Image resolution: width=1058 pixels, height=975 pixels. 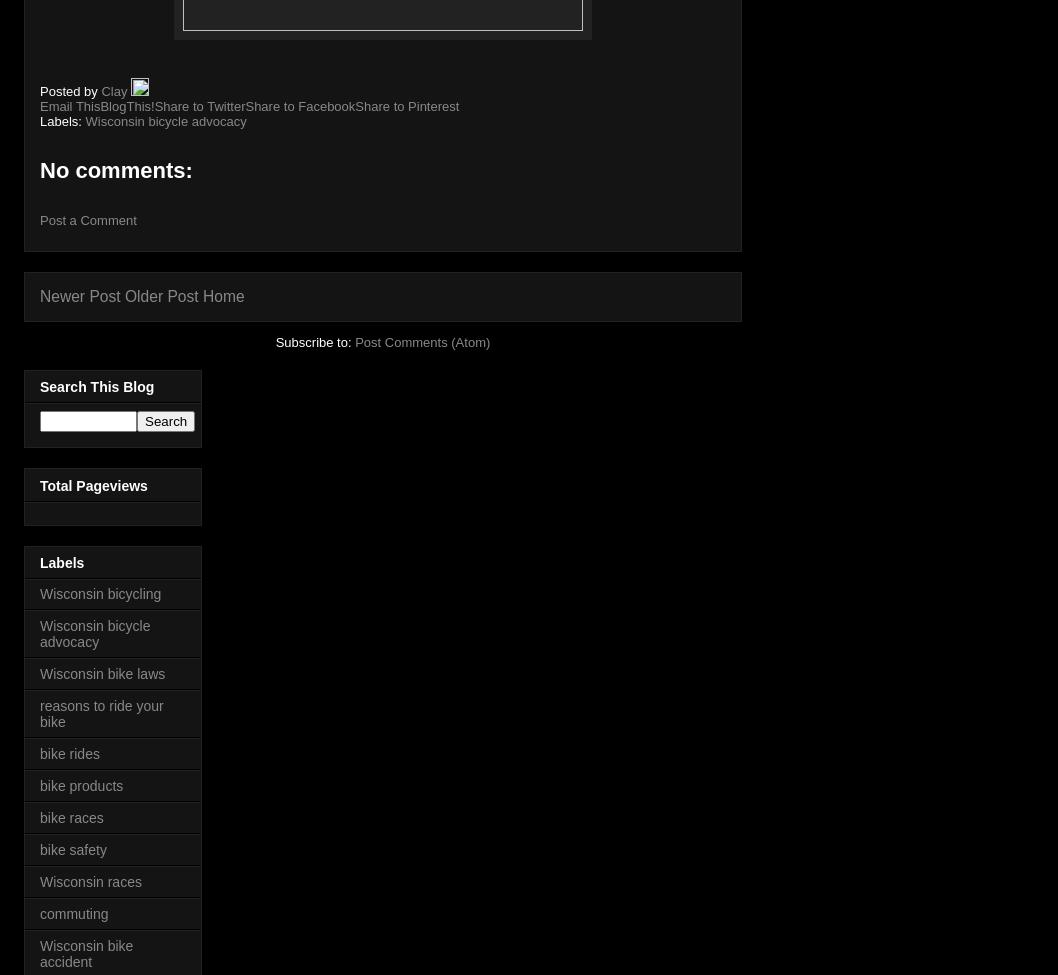 I want to click on 'Older Post', so click(x=122, y=295).